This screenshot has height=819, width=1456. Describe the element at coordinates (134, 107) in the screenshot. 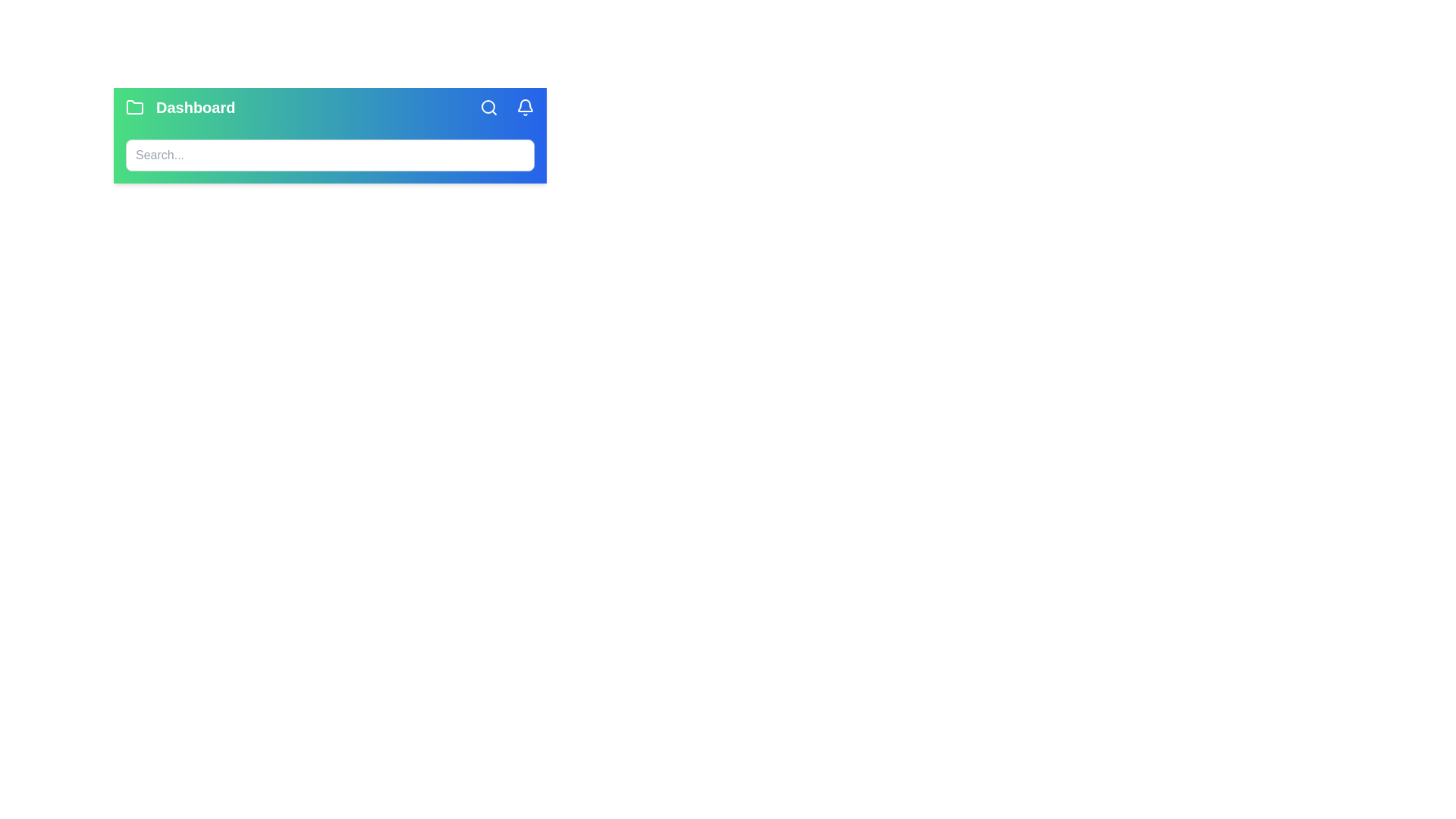

I see `the folder icon in the app bar` at that location.